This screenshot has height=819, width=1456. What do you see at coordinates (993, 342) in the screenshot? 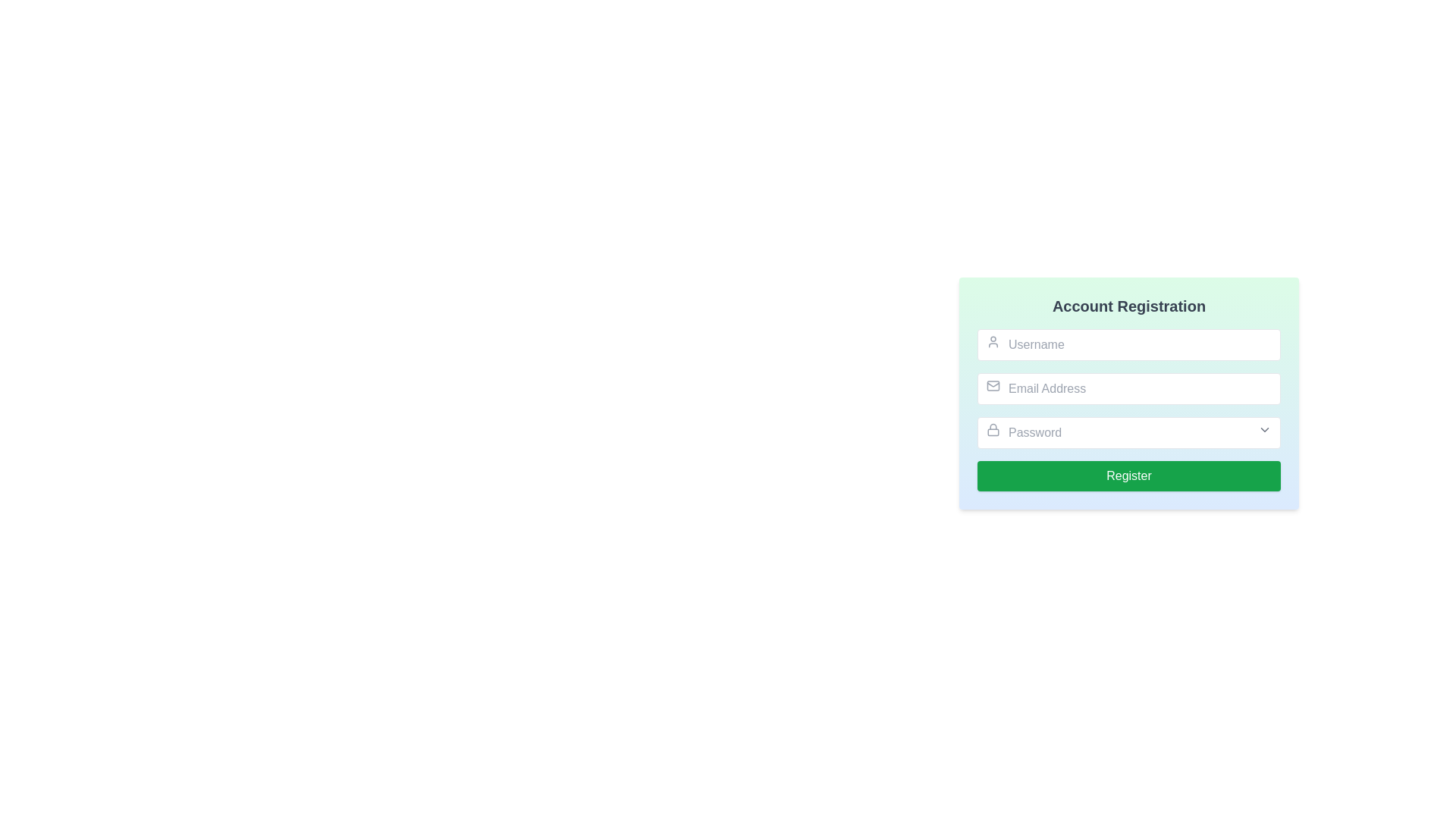
I see `the user icon, which is a gray outline of a person's head and shoulders located on the left side of the 'Username' input field in the user registration form` at bounding box center [993, 342].